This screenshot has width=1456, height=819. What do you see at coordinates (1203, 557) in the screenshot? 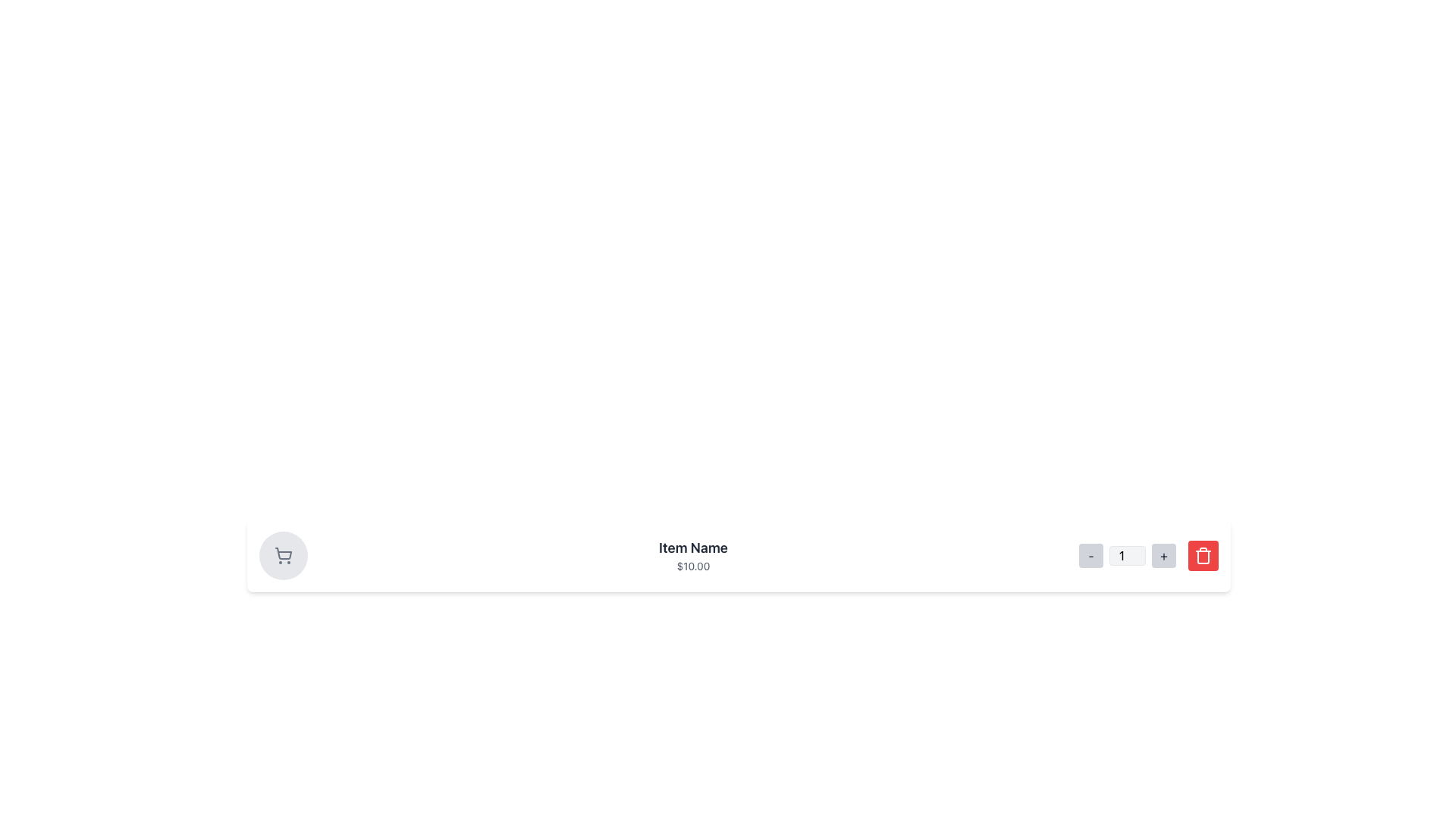
I see `the trash bin body icon, which is visually represented as the main component of the trash bin and is positioned between the top edge and the lid of the bin` at bounding box center [1203, 557].